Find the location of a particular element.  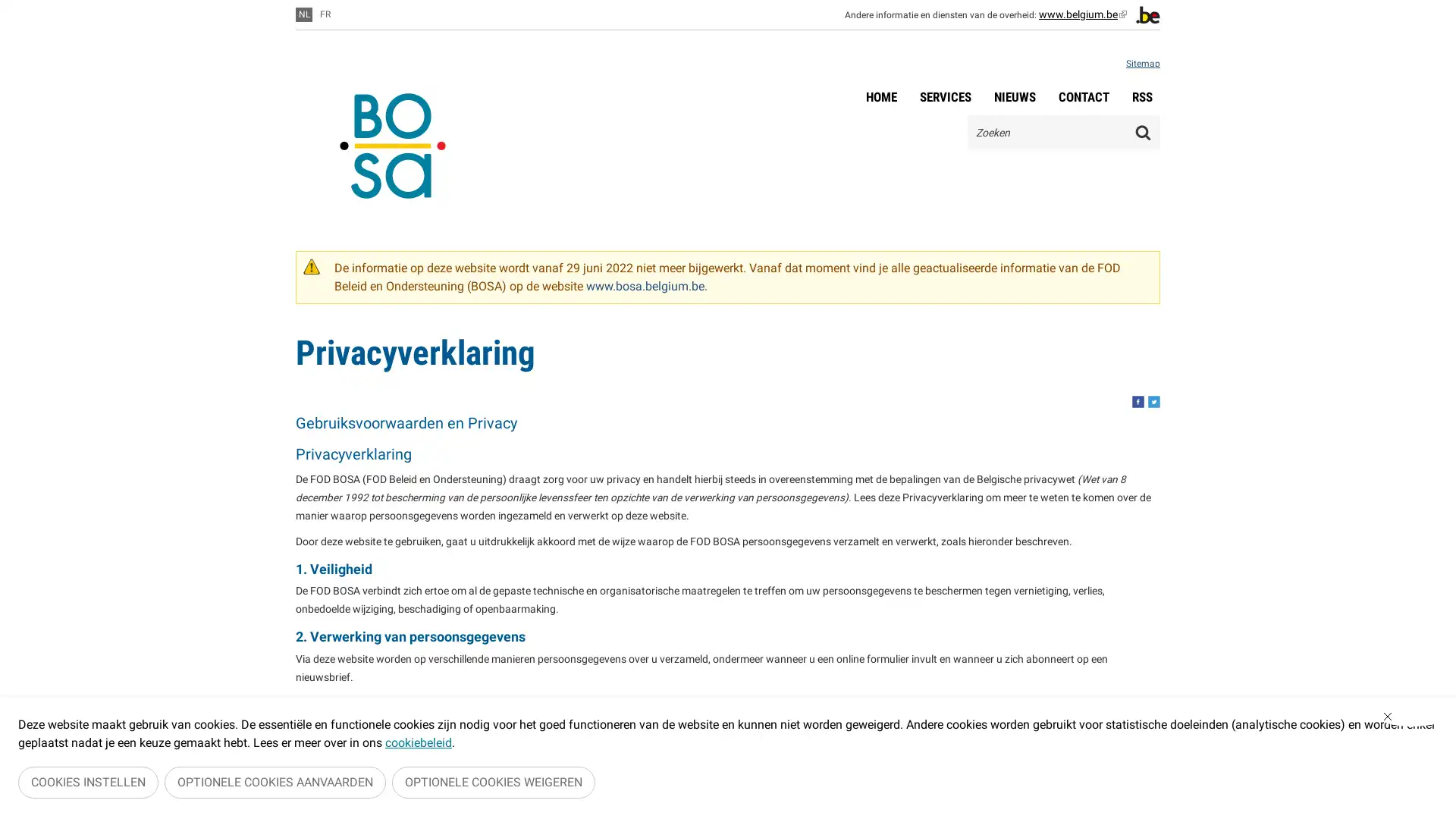

OPTIONELE COOKIES WEIGEREN is located at coordinates (494, 784).